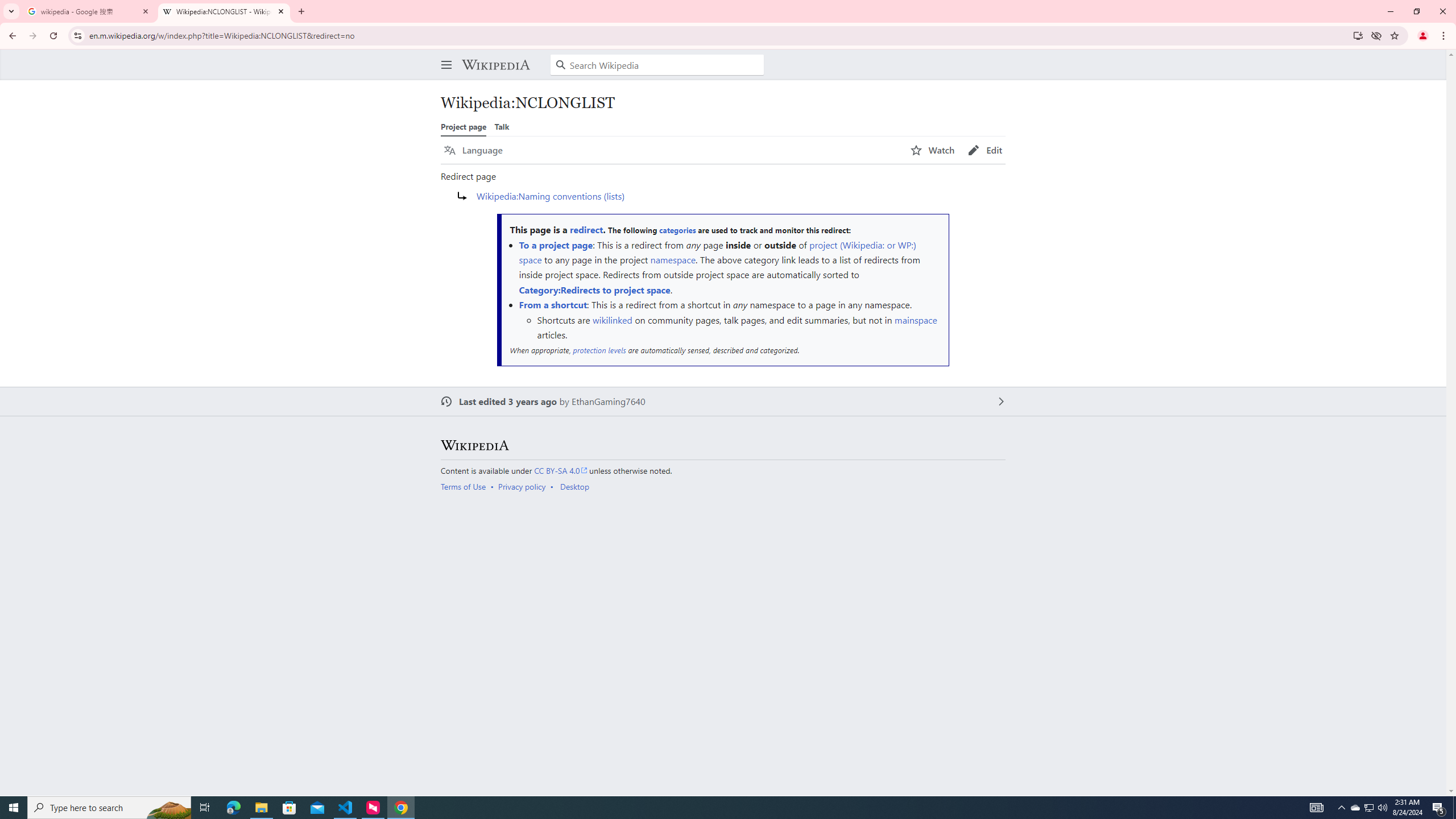 The image size is (1456, 819). I want to click on 'Desktop', so click(573, 486).